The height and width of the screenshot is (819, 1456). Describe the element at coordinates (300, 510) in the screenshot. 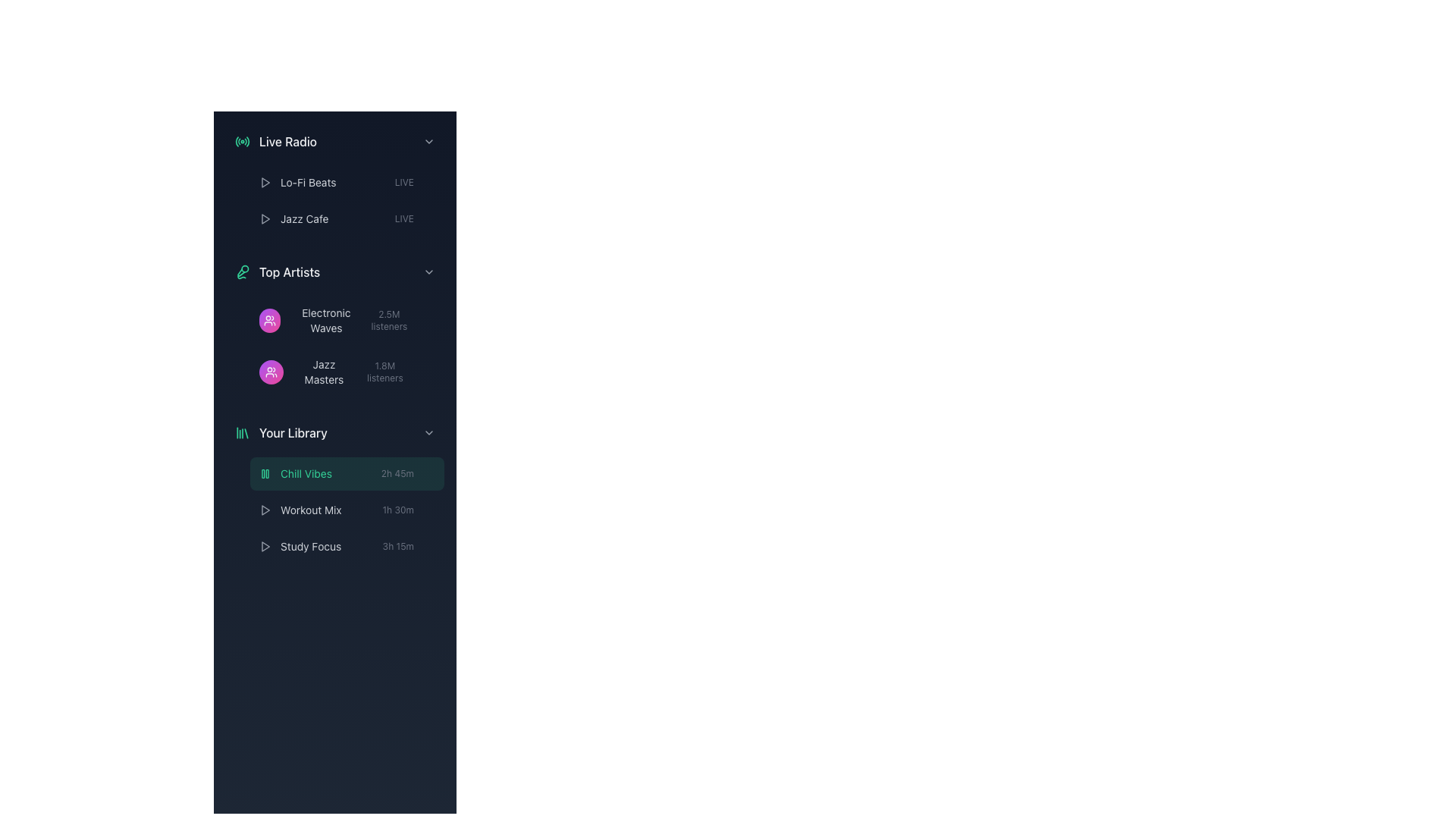

I see `the 'Workout Mix' playlist item in the 'Your Library' section` at that location.